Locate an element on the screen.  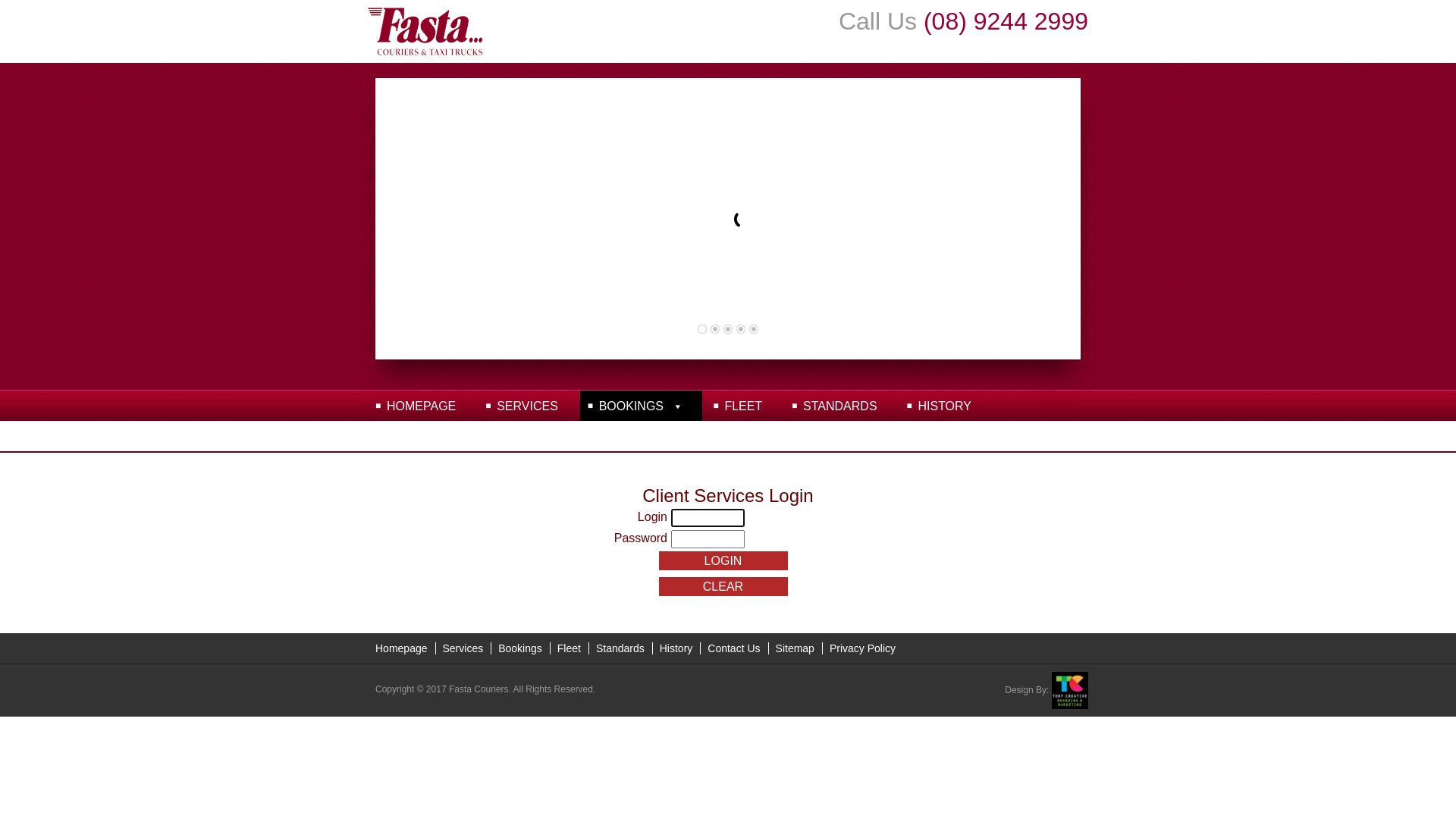
'FLEET' is located at coordinates (742, 405).